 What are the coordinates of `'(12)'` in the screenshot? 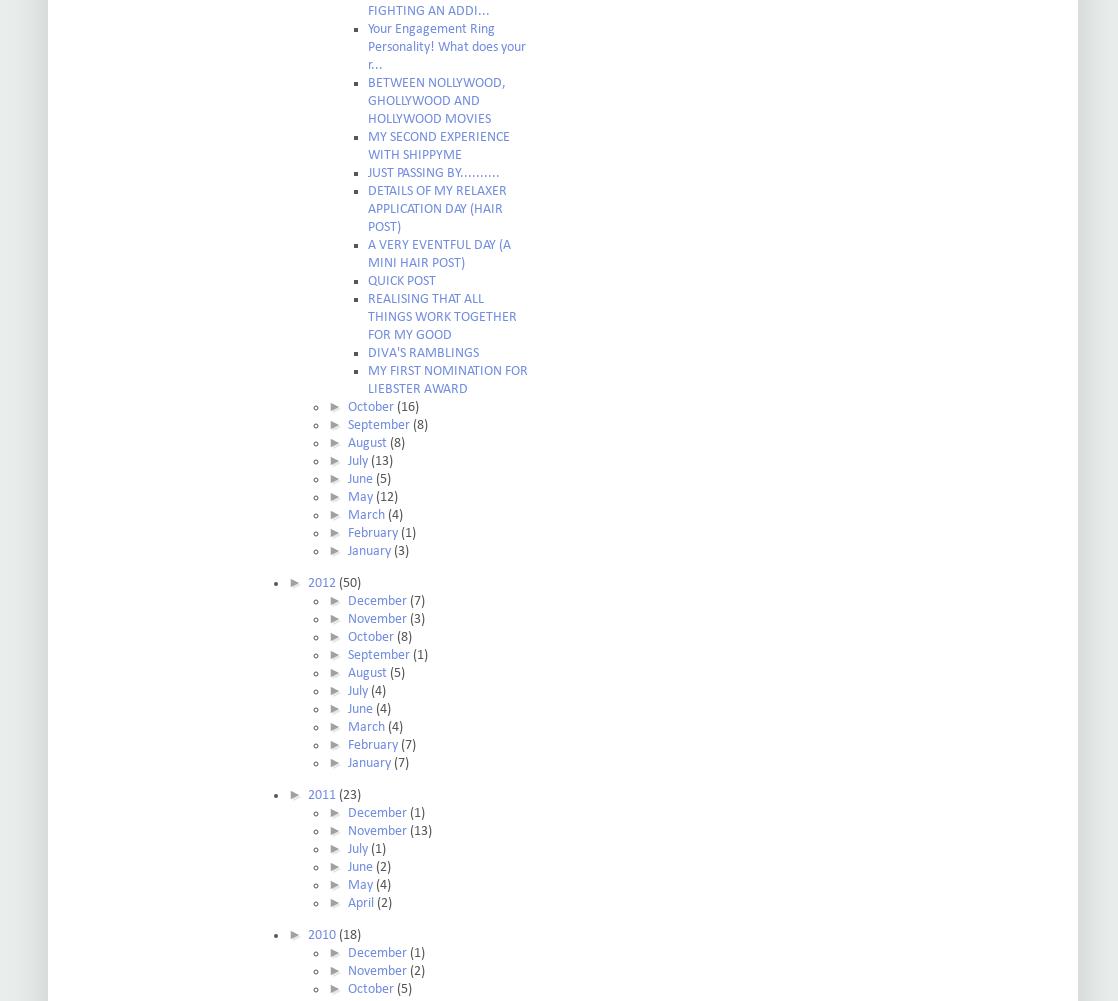 It's located at (385, 497).